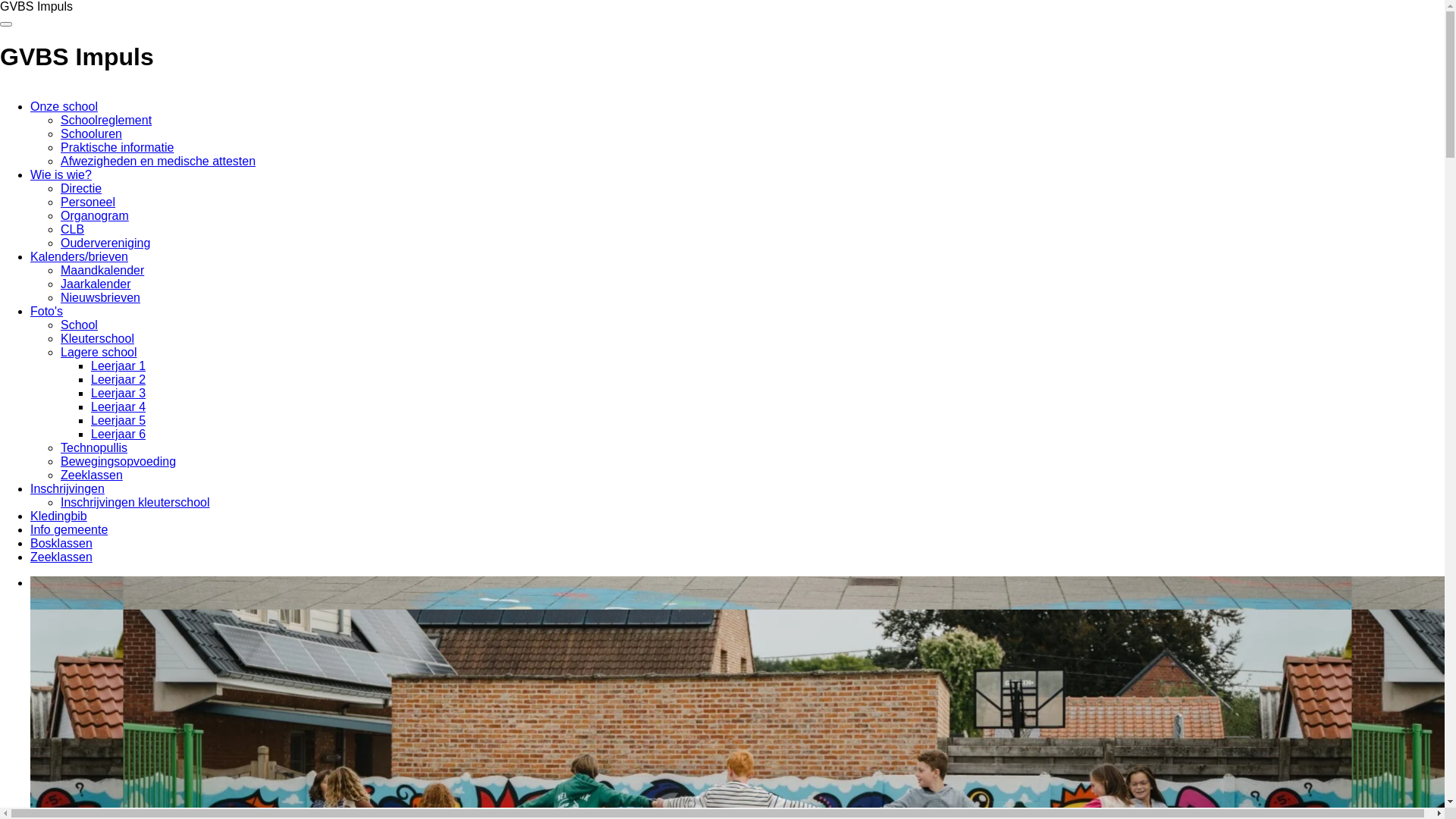  I want to click on 'Bewegingsopvoeding', so click(118, 460).